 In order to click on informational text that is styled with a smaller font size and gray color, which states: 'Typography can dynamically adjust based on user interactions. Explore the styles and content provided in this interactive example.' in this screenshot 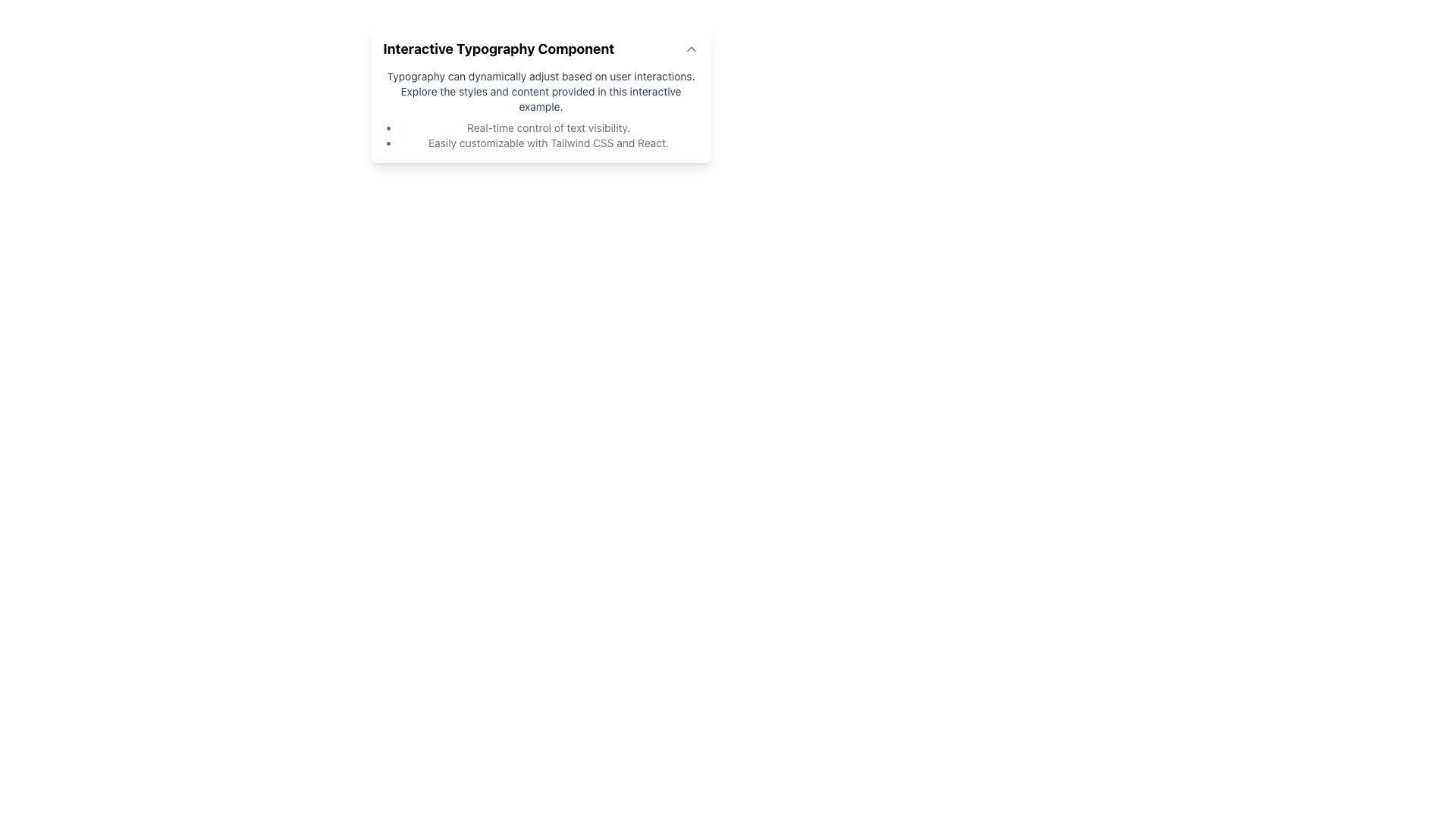, I will do `click(541, 91)`.